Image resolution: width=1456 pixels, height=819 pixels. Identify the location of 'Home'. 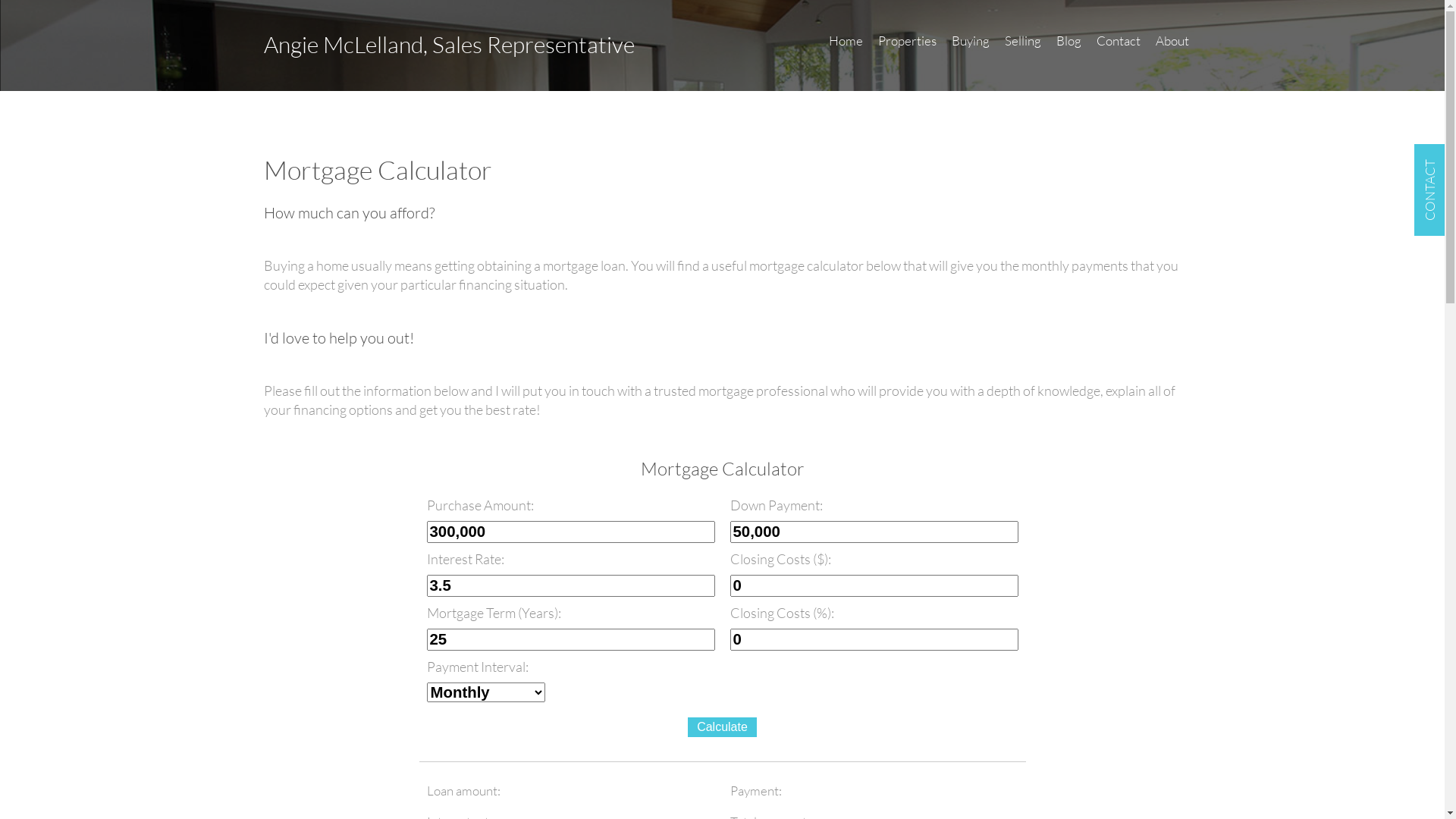
(844, 45).